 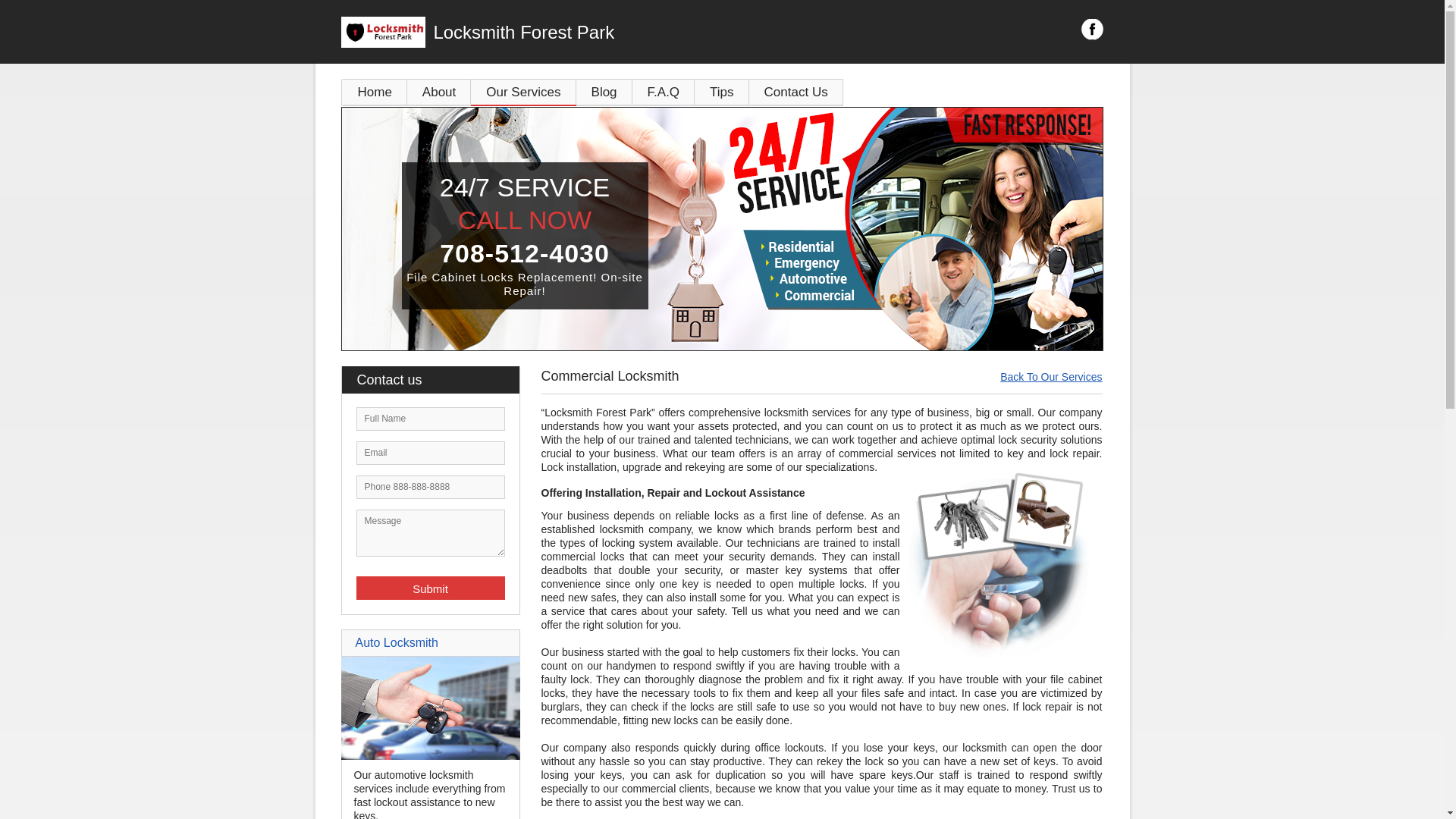 I want to click on 'Commercial Locksmith in Forest Park', so click(x=1000, y=562).